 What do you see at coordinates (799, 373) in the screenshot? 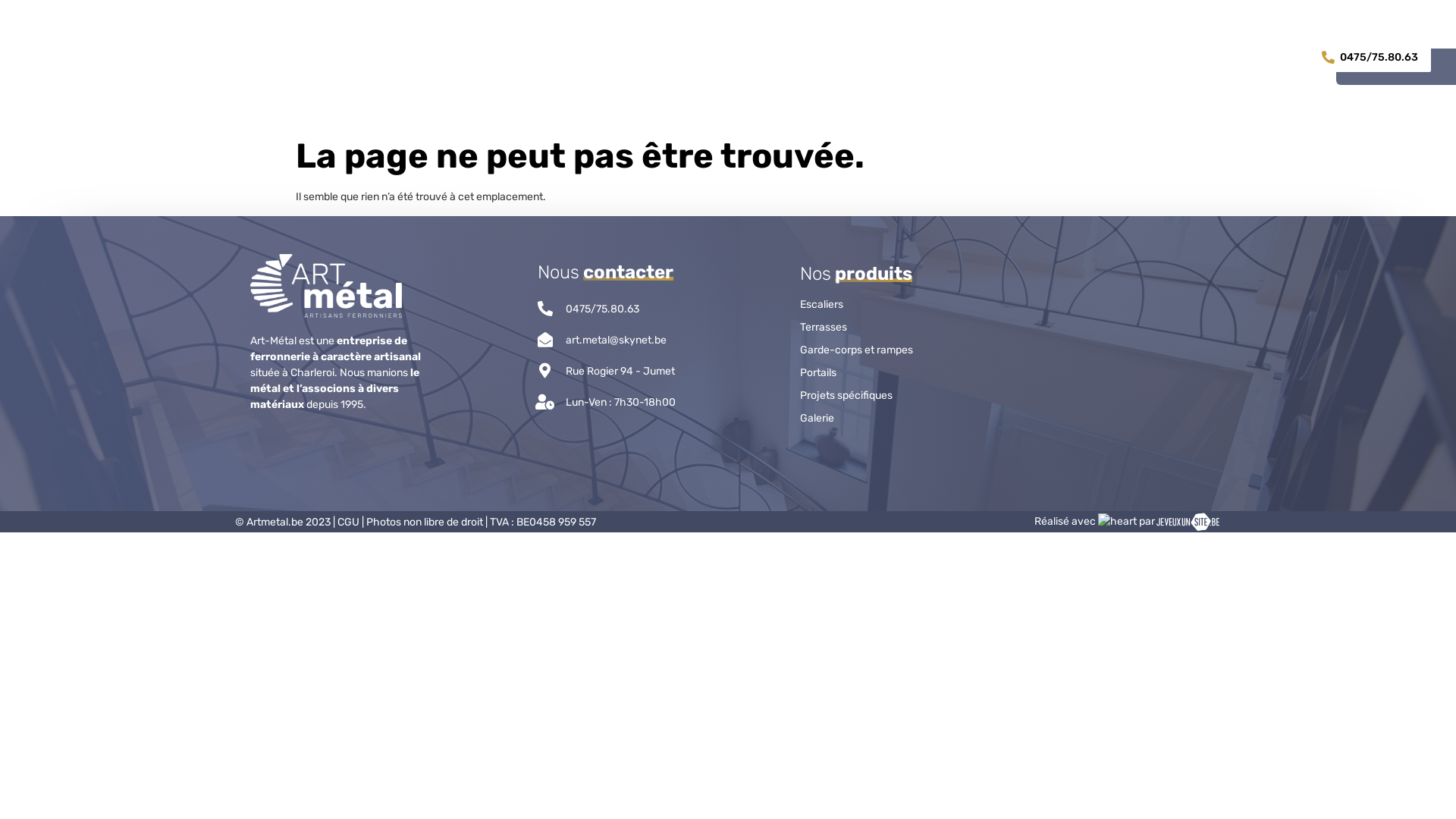
I see `'Portails'` at bounding box center [799, 373].